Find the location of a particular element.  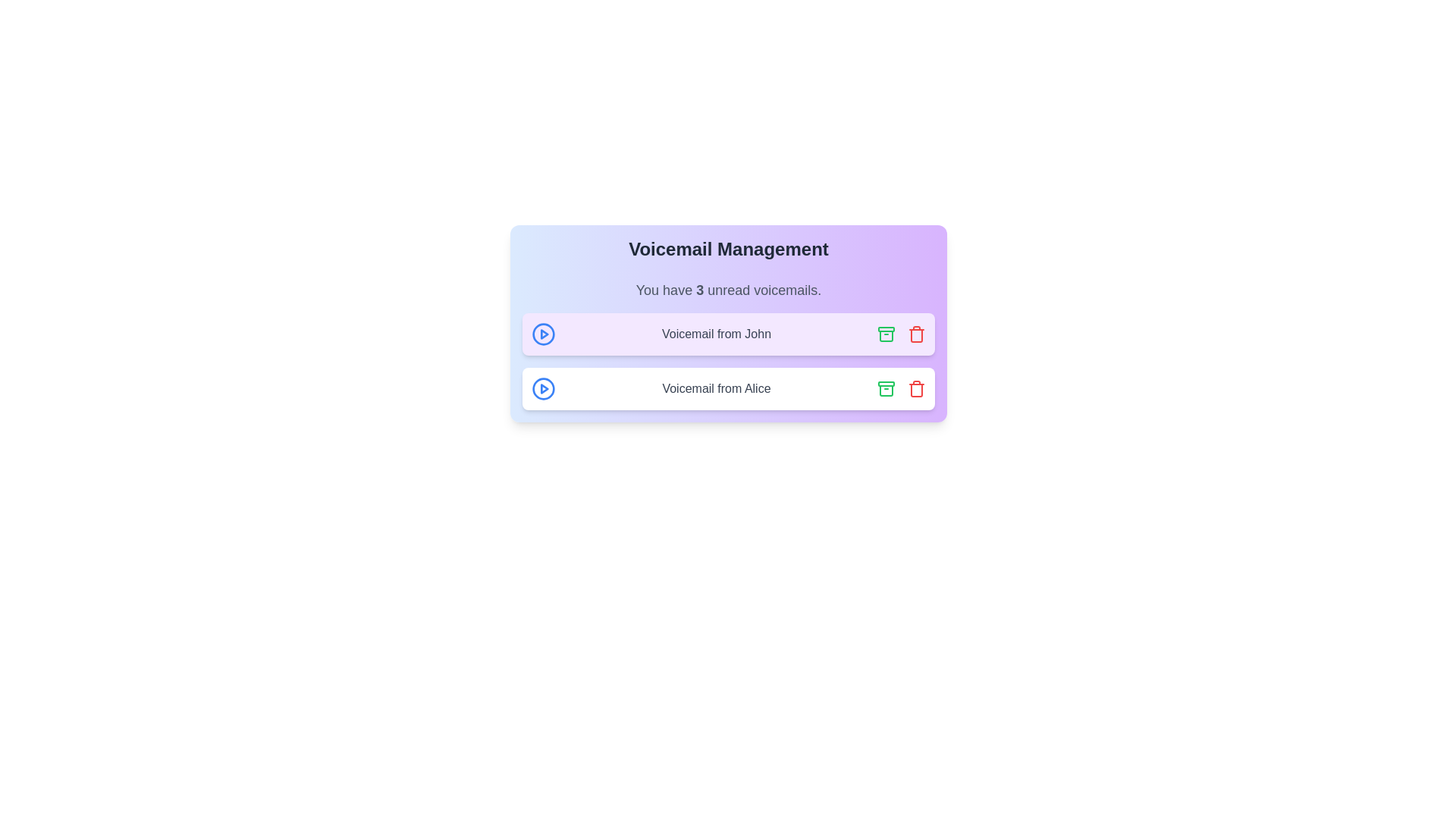

the delete button located at the extreme right of the second voicemail entry titled 'Voicemail from Alice' is located at coordinates (916, 388).